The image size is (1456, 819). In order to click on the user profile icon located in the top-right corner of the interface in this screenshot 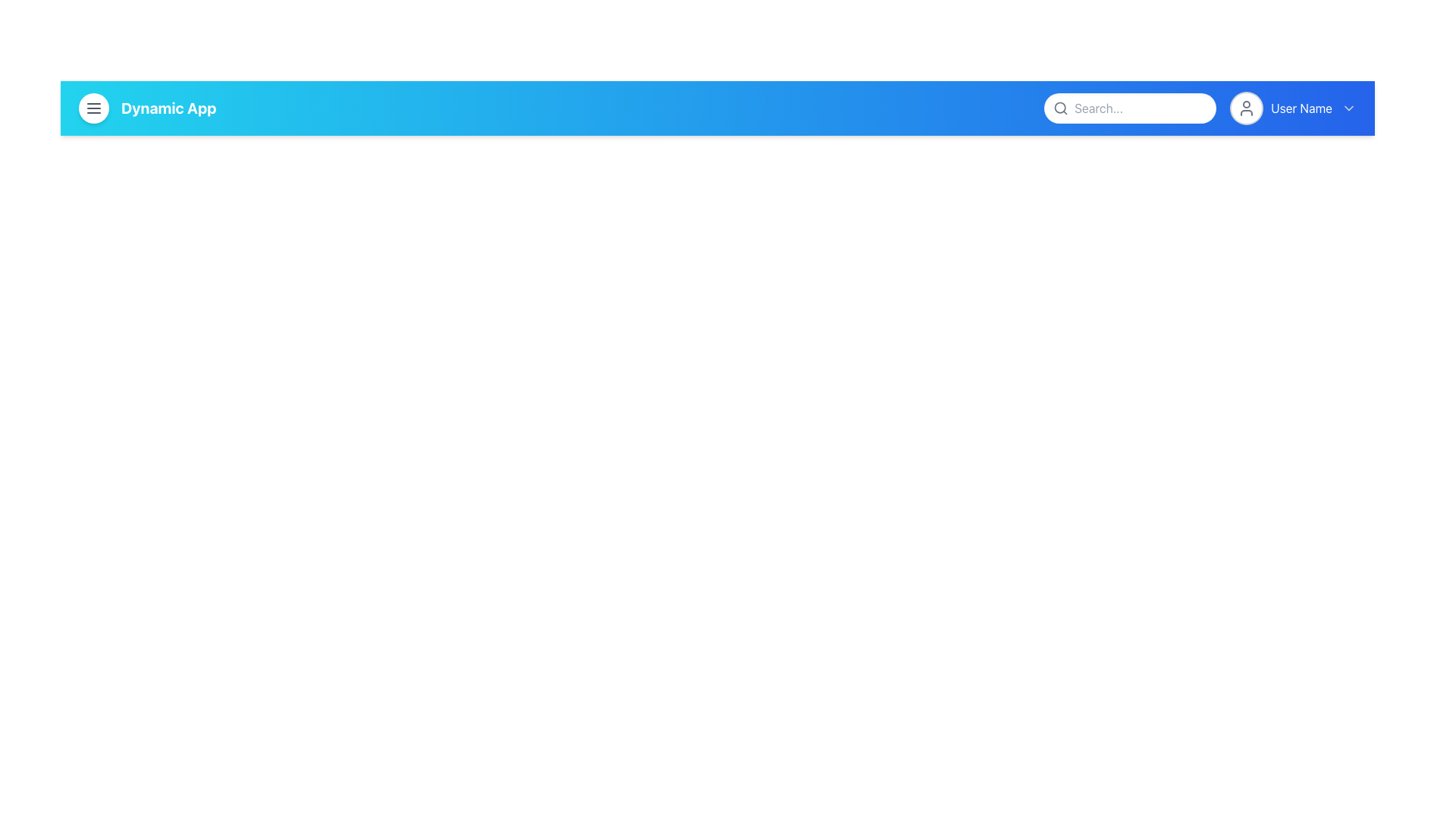, I will do `click(1247, 107)`.